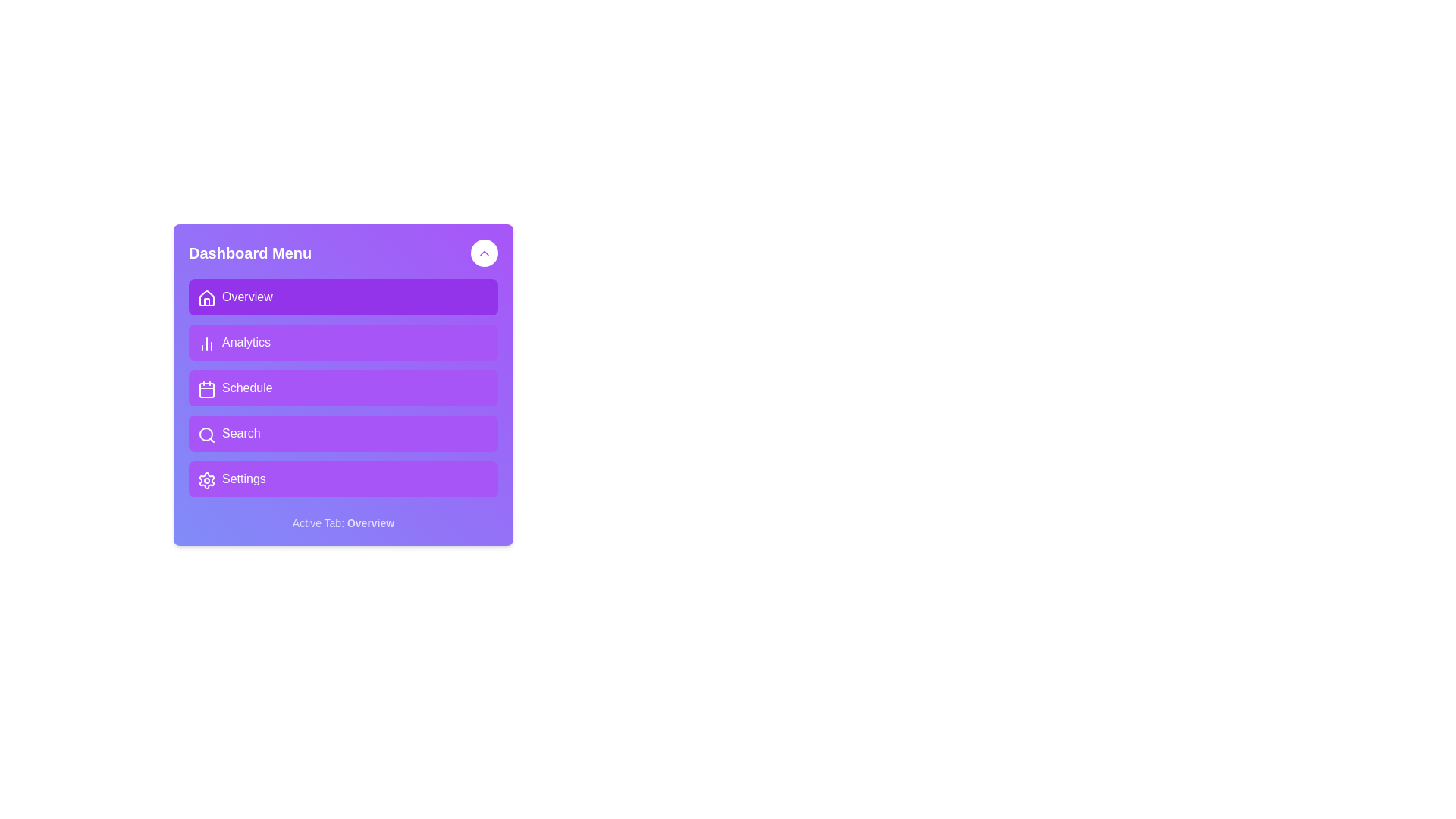 Image resolution: width=1456 pixels, height=819 pixels. What do you see at coordinates (206, 480) in the screenshot?
I see `the gear icon in the settings button located at the bottom of the Dashboard Menu` at bounding box center [206, 480].